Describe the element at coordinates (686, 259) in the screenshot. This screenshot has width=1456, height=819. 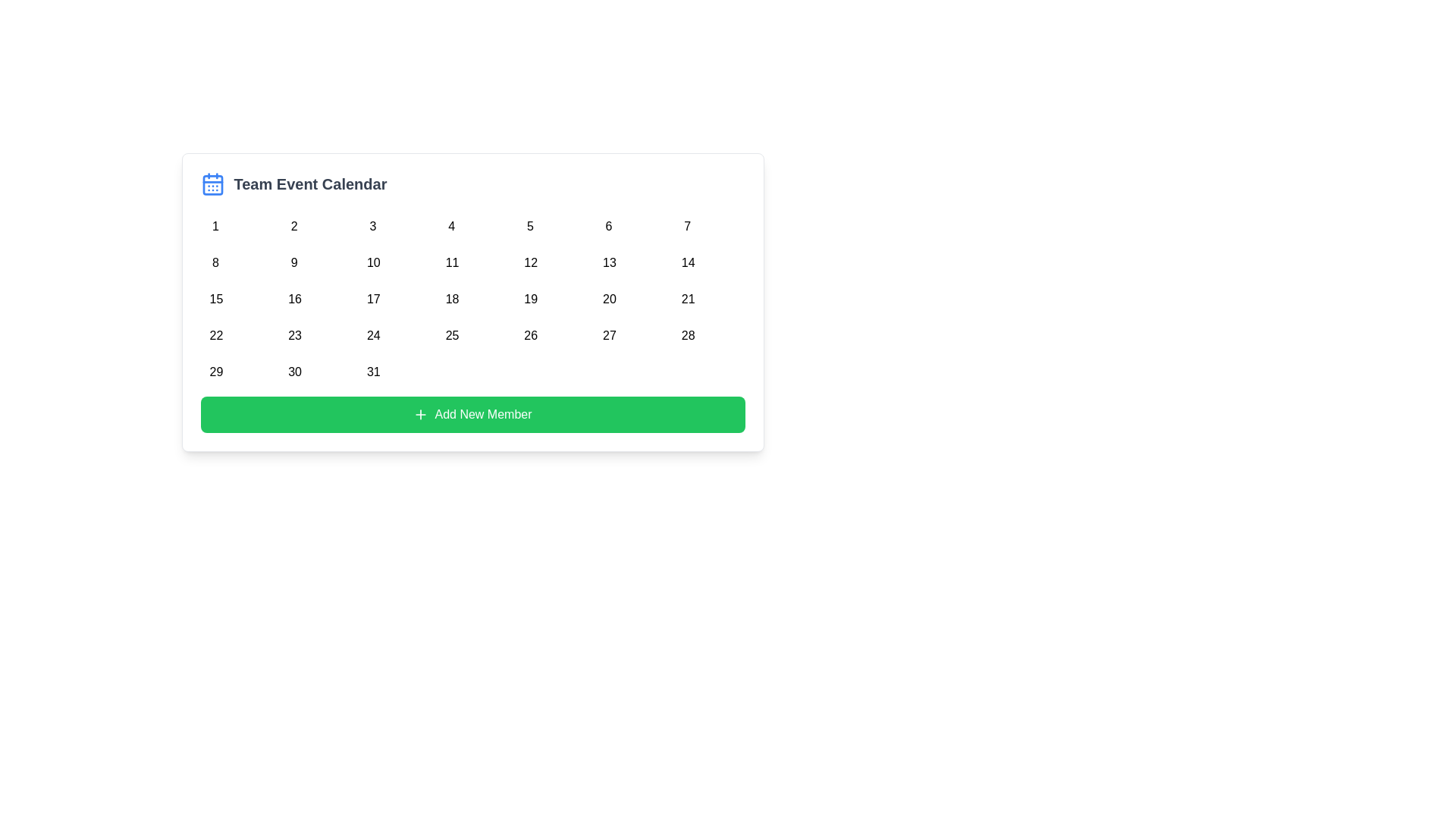
I see `the square-shaped button displaying '14' in a black font, located in the second column of the second row of the calendar grid` at that location.